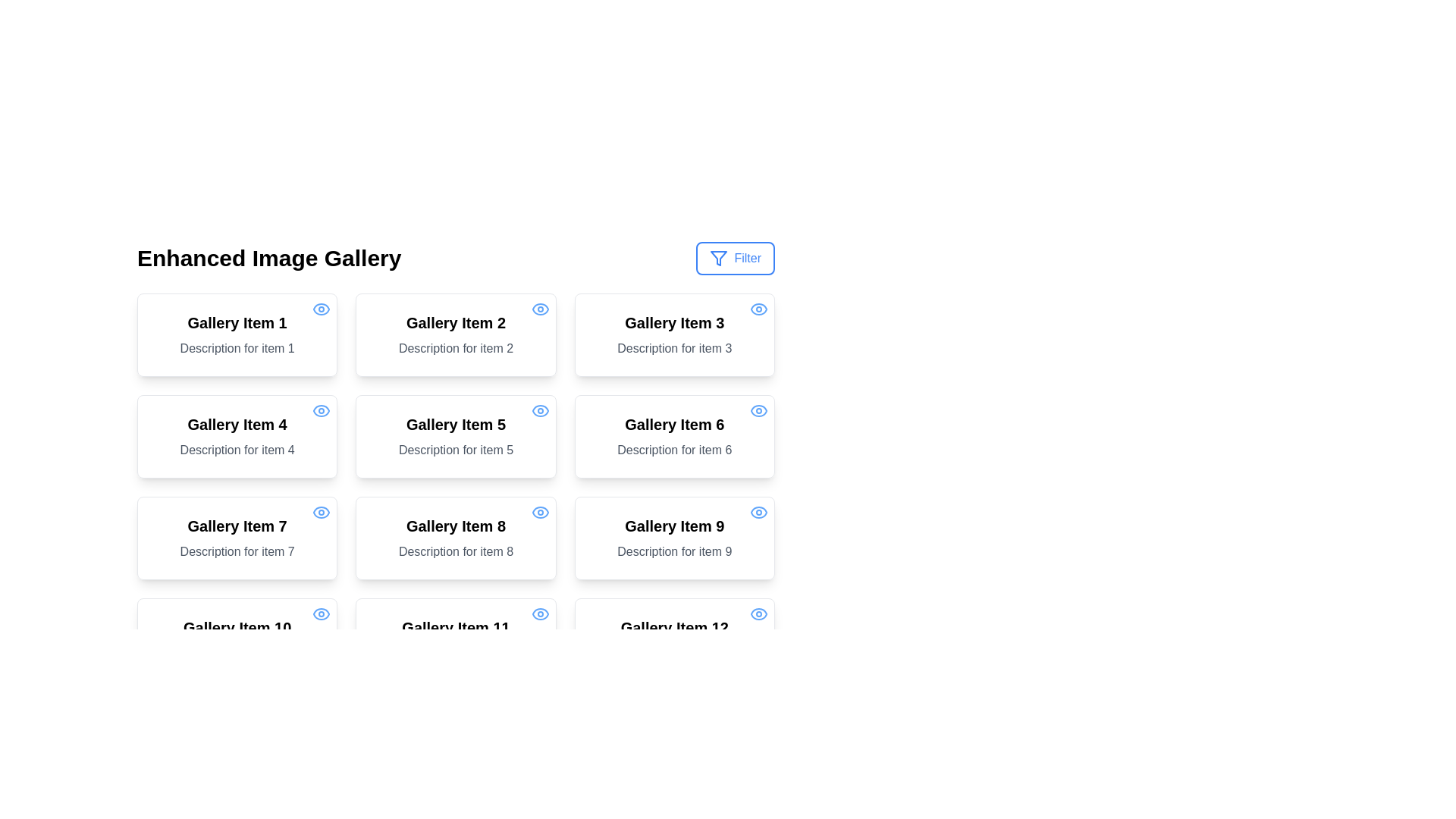 The height and width of the screenshot is (819, 1456). Describe the element at coordinates (320, 512) in the screenshot. I see `the visibility settings icon located in the top-right corner of the card labeled 'Gallery Item 7'` at that location.